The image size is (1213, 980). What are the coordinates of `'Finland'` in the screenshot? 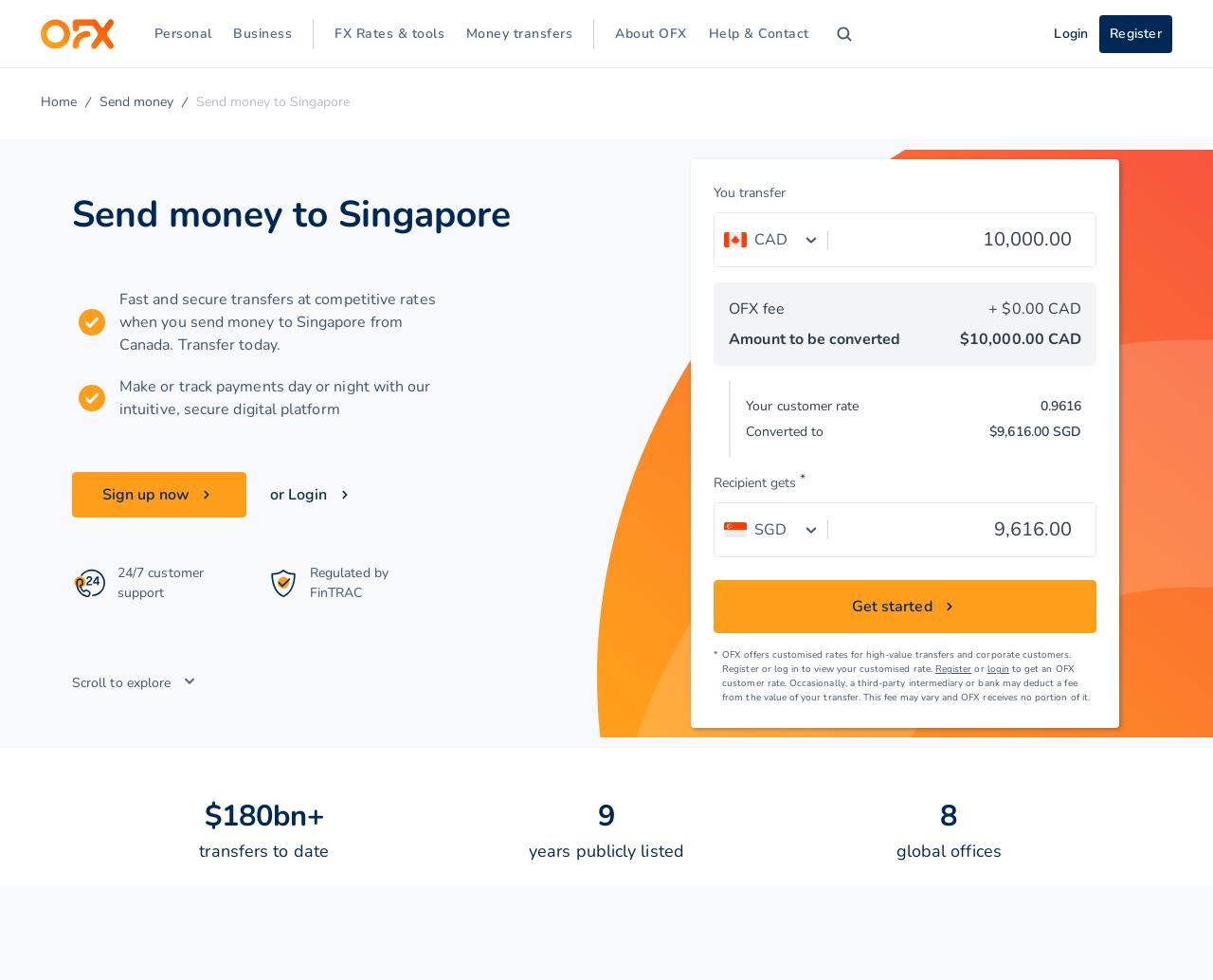 It's located at (394, 257).